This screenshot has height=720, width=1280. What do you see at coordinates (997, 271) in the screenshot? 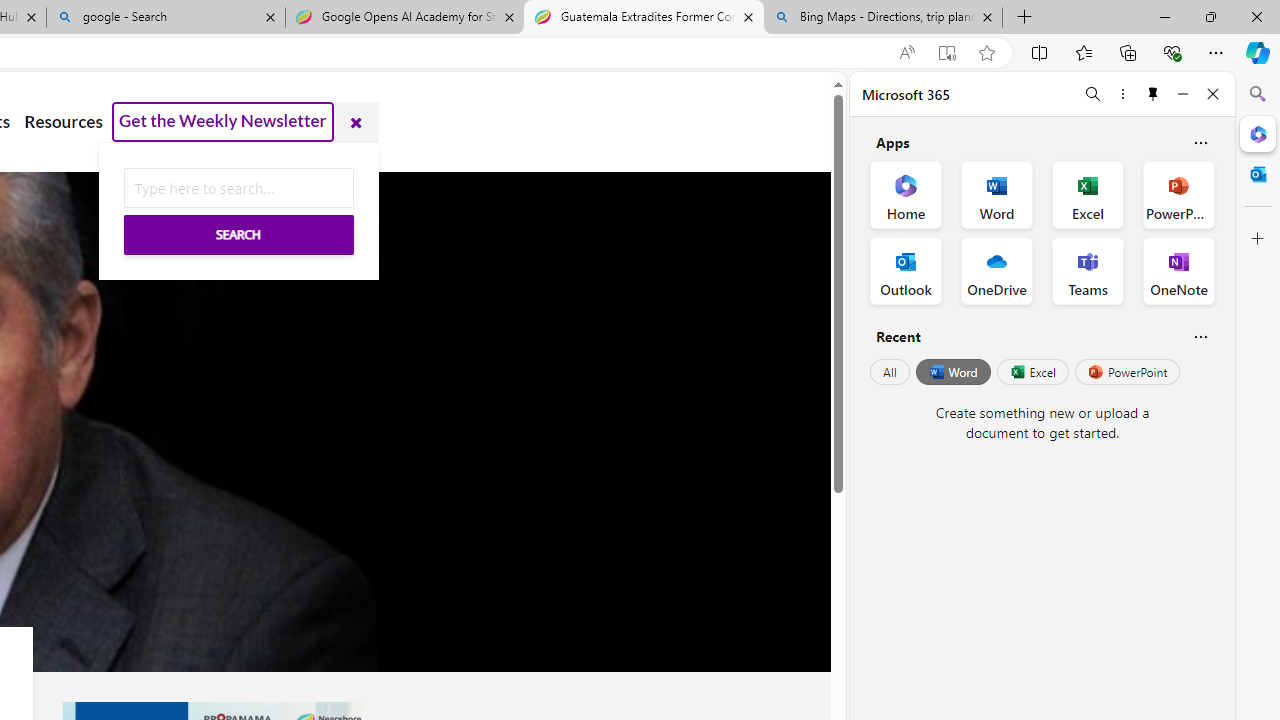
I see `'OneDrive Office App'` at bounding box center [997, 271].